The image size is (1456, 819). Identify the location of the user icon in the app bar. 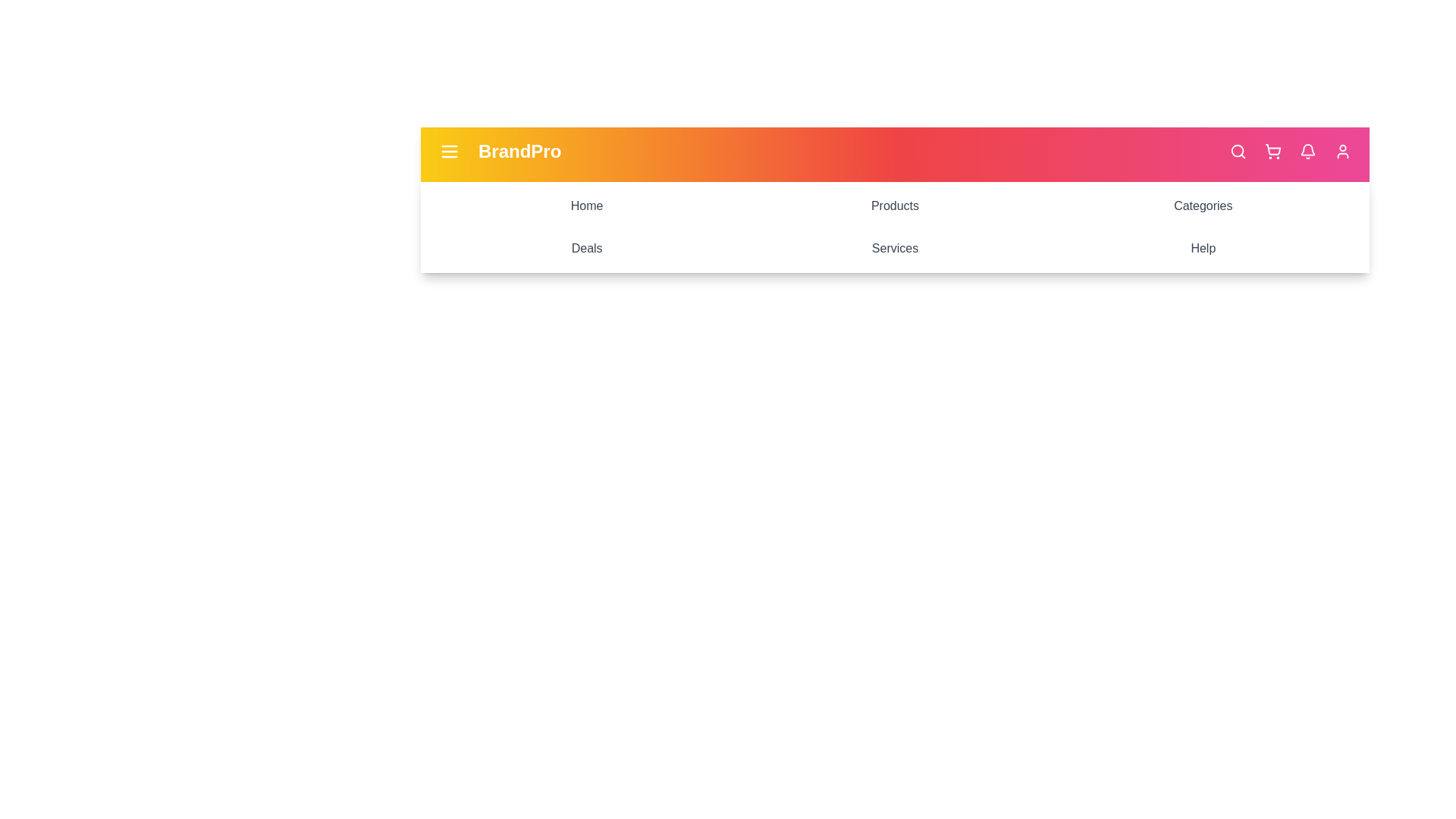
(1343, 152).